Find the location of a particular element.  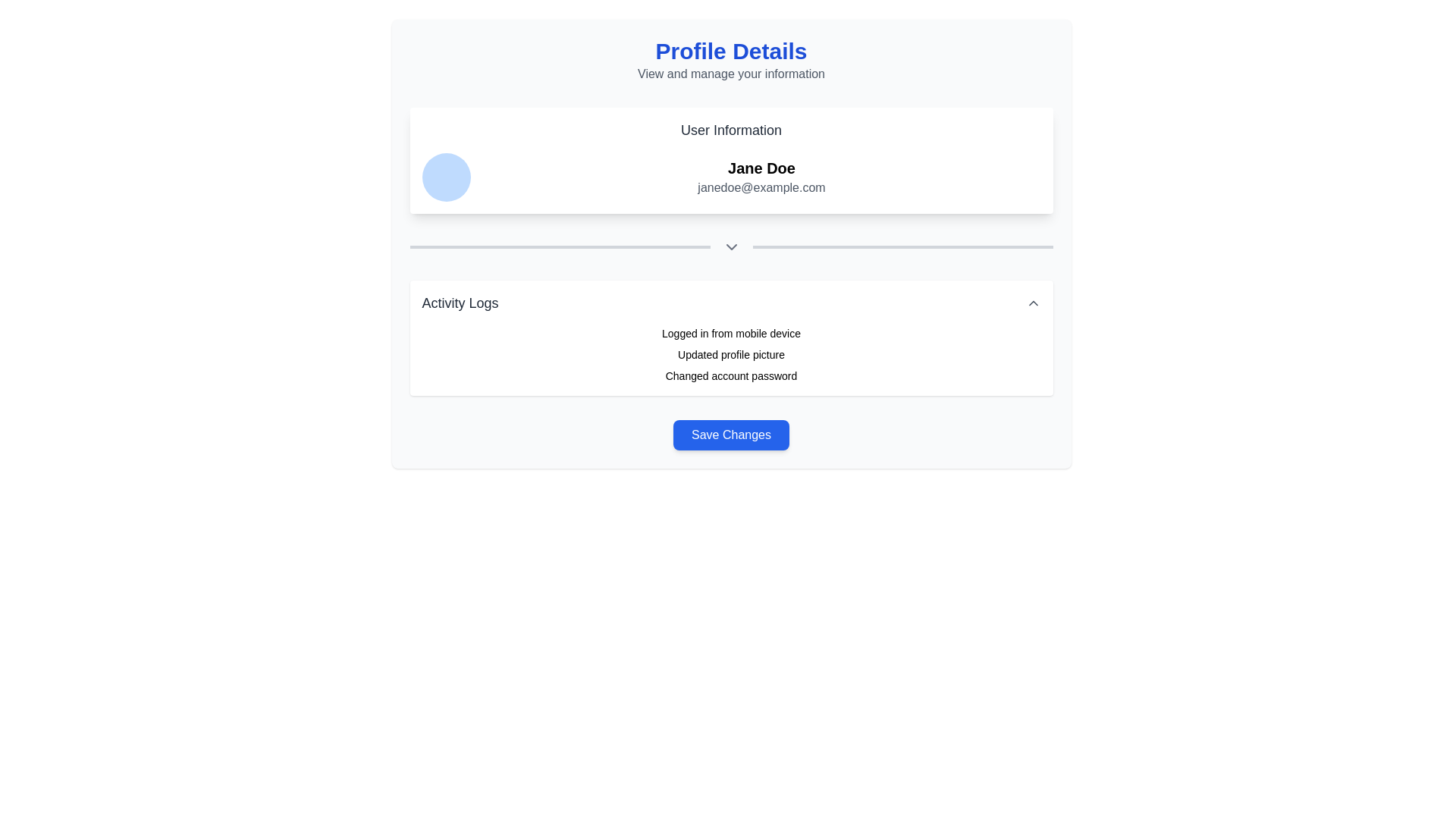

the text label or header that serves as a section header, located centrally at the top of the page, above the secondary text element is located at coordinates (731, 51).